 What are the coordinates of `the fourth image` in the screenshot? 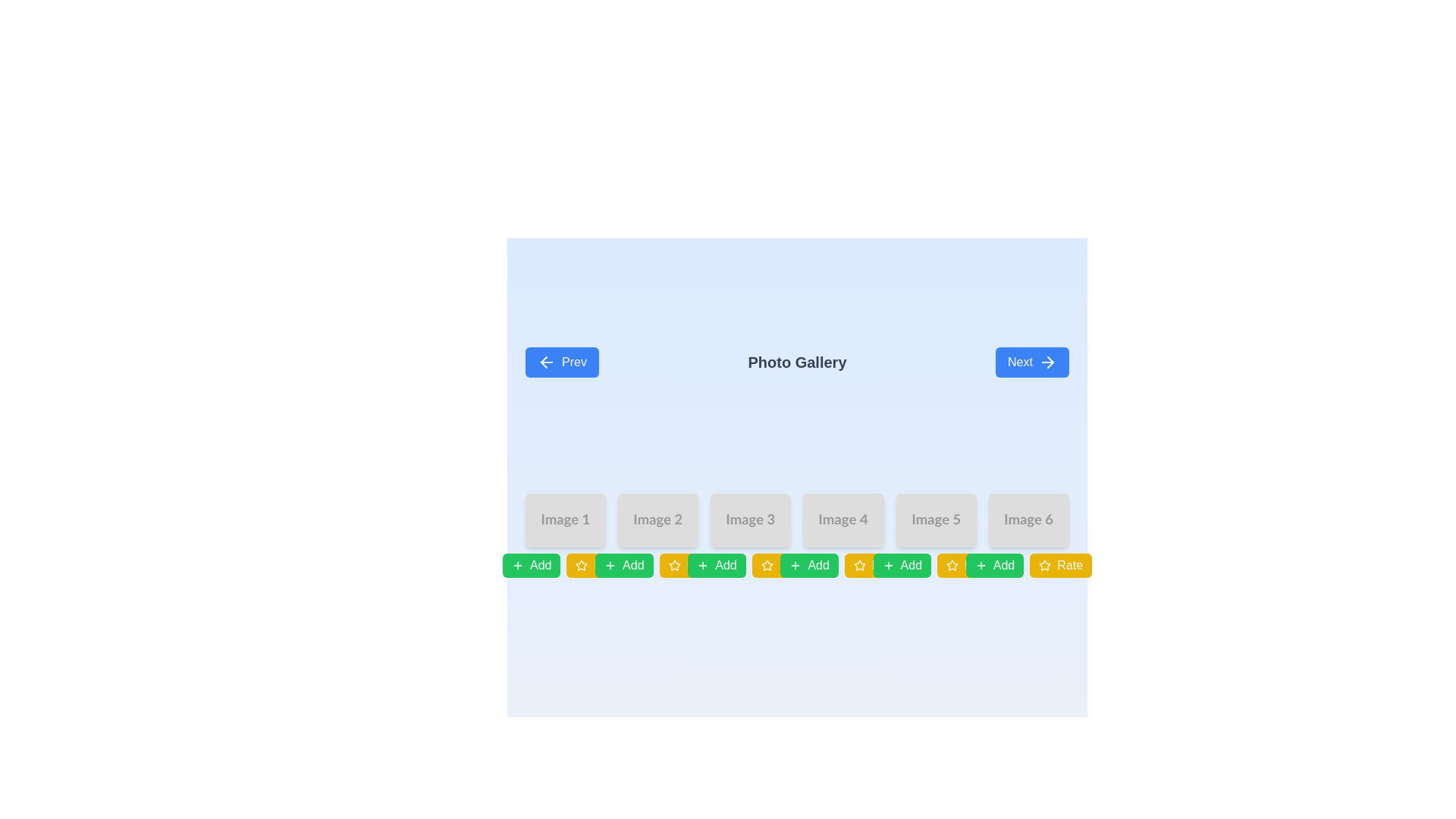 It's located at (843, 519).